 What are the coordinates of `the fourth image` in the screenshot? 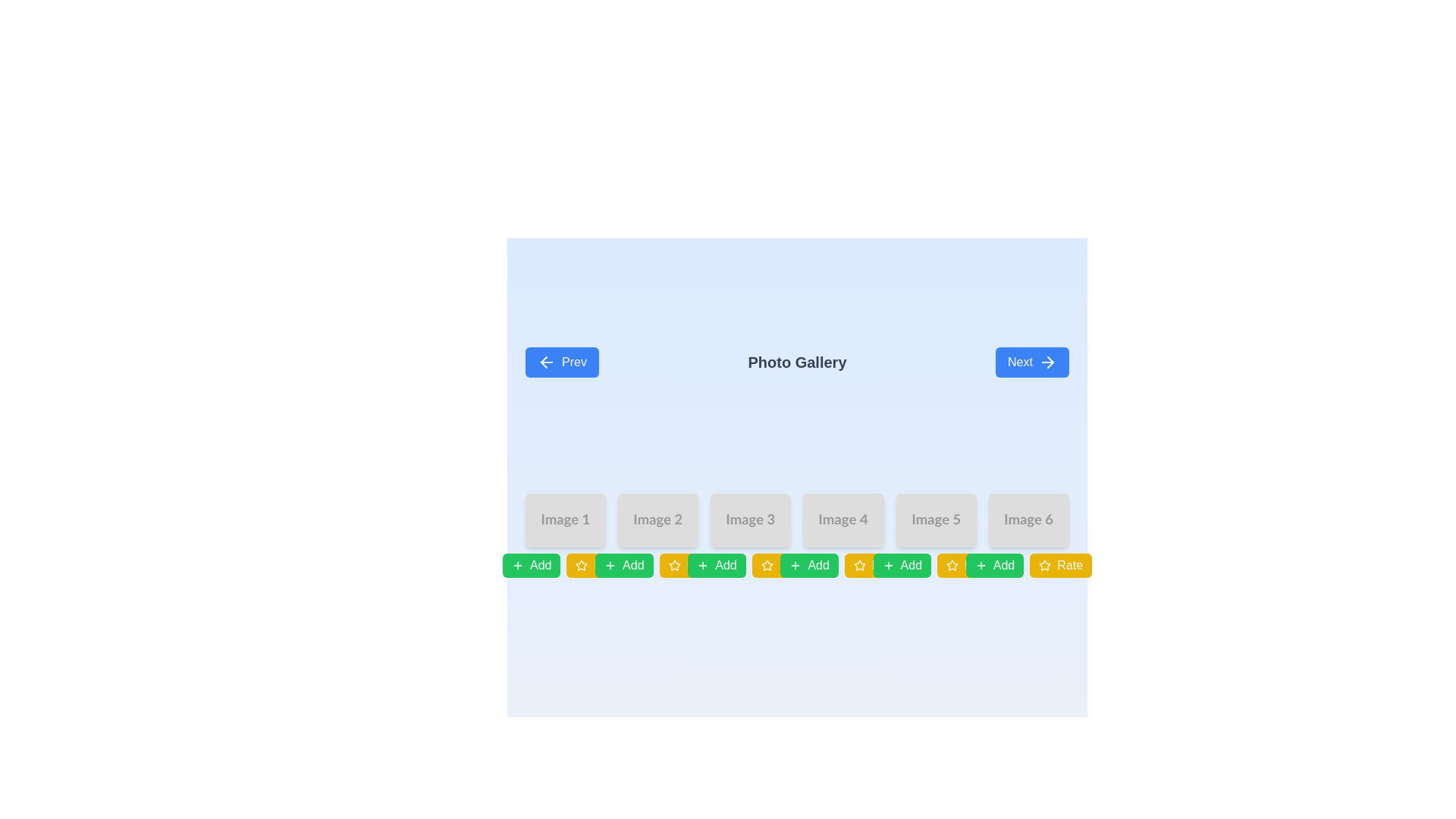 It's located at (843, 519).